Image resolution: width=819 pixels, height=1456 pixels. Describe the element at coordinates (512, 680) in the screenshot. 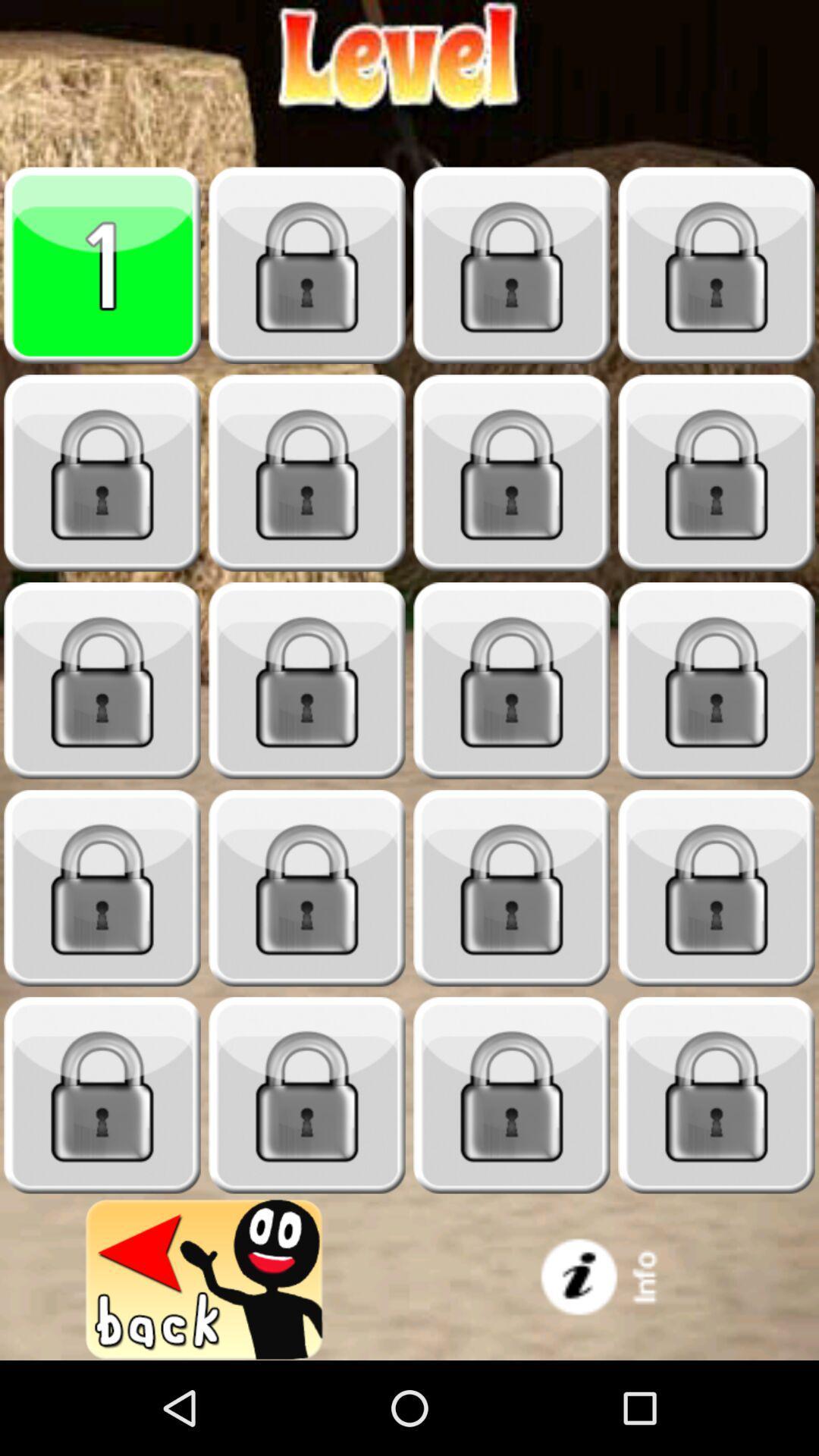

I see `locked game level` at that location.